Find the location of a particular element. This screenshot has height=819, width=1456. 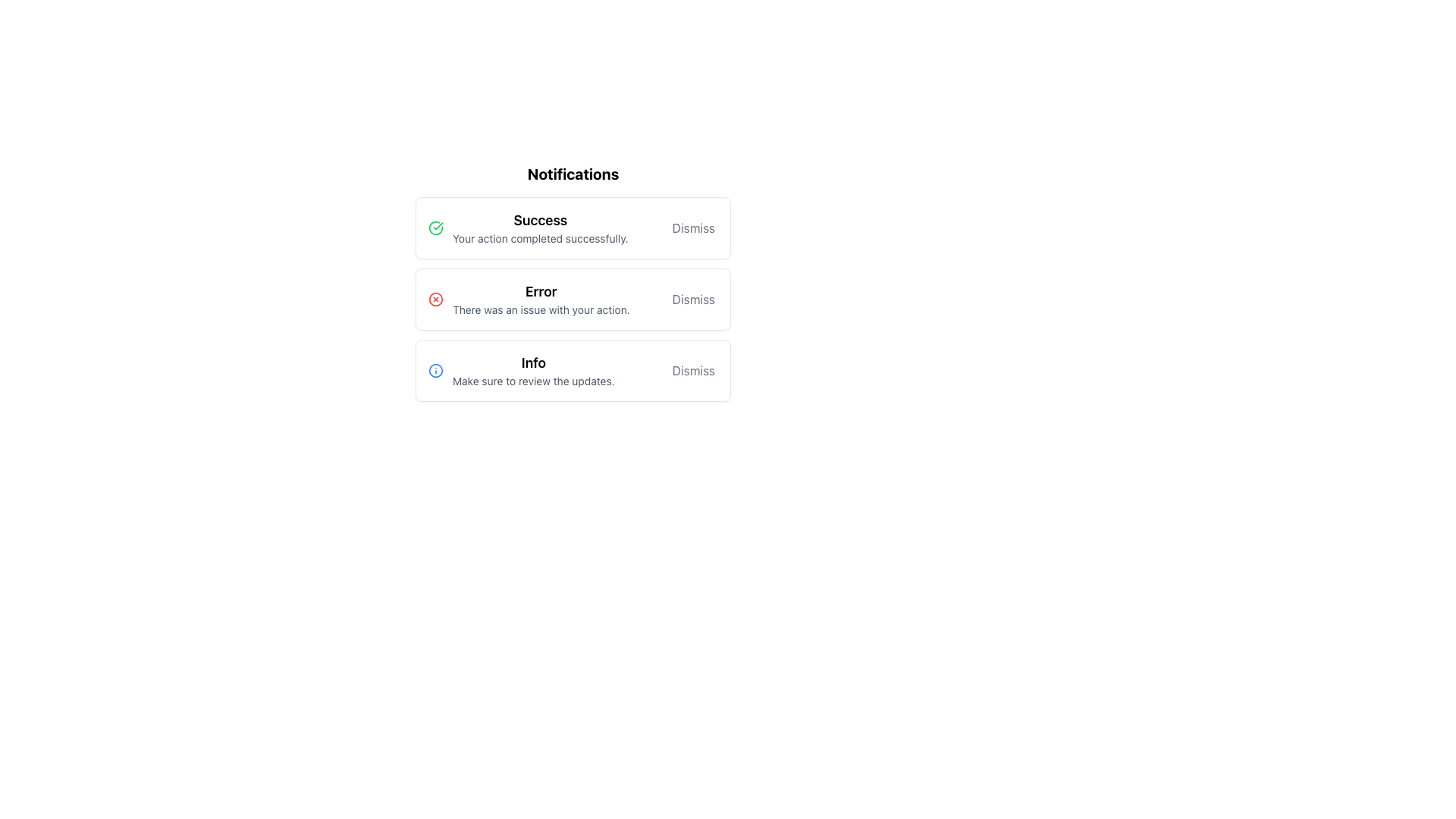

the text display containing the instruction 'Make sure to review the updates.' which is styled in gray color and located beneath the 'Info' title in the third notification card is located at coordinates (533, 380).